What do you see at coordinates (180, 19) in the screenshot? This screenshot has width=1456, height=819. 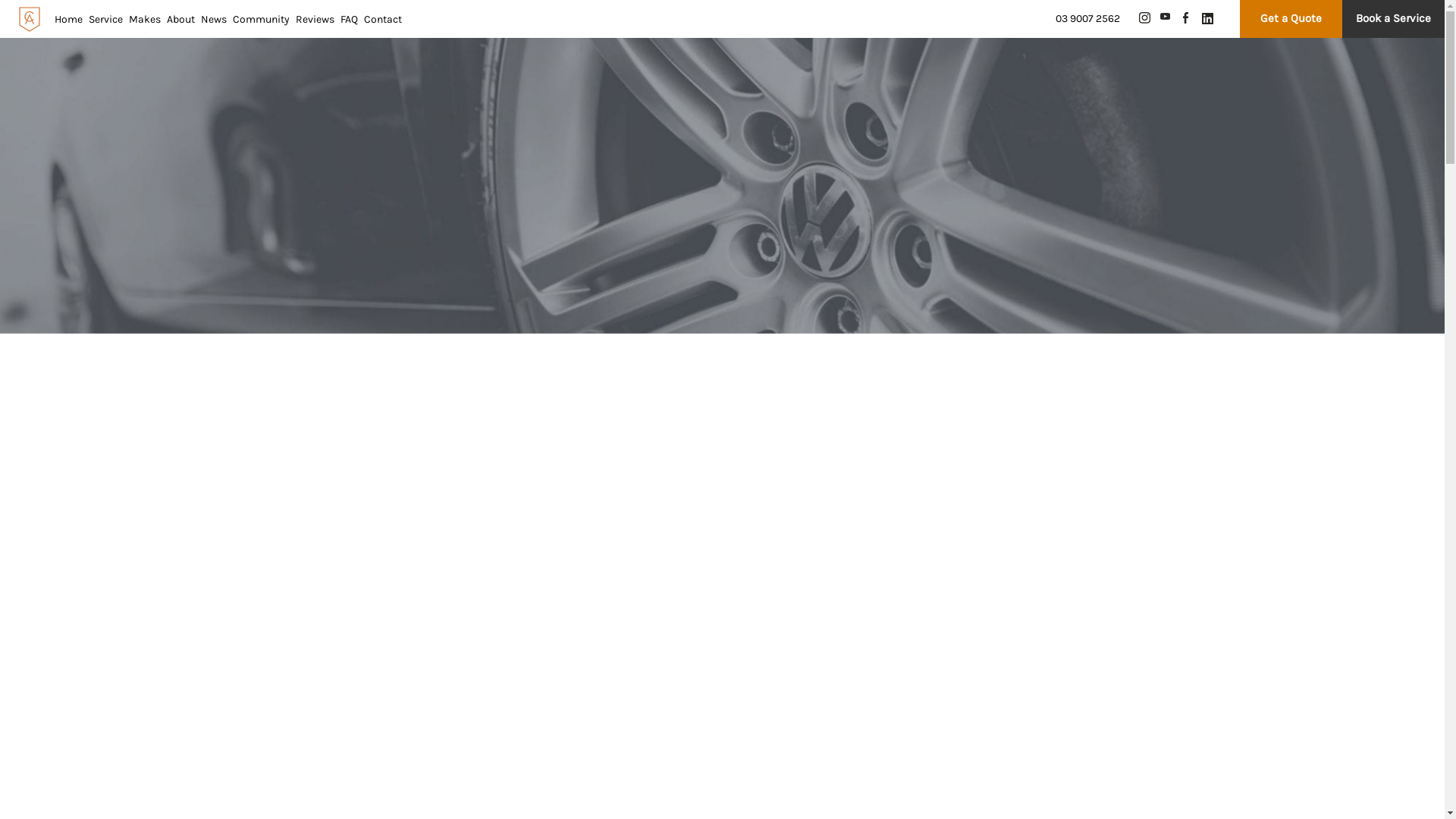 I see `'About'` at bounding box center [180, 19].